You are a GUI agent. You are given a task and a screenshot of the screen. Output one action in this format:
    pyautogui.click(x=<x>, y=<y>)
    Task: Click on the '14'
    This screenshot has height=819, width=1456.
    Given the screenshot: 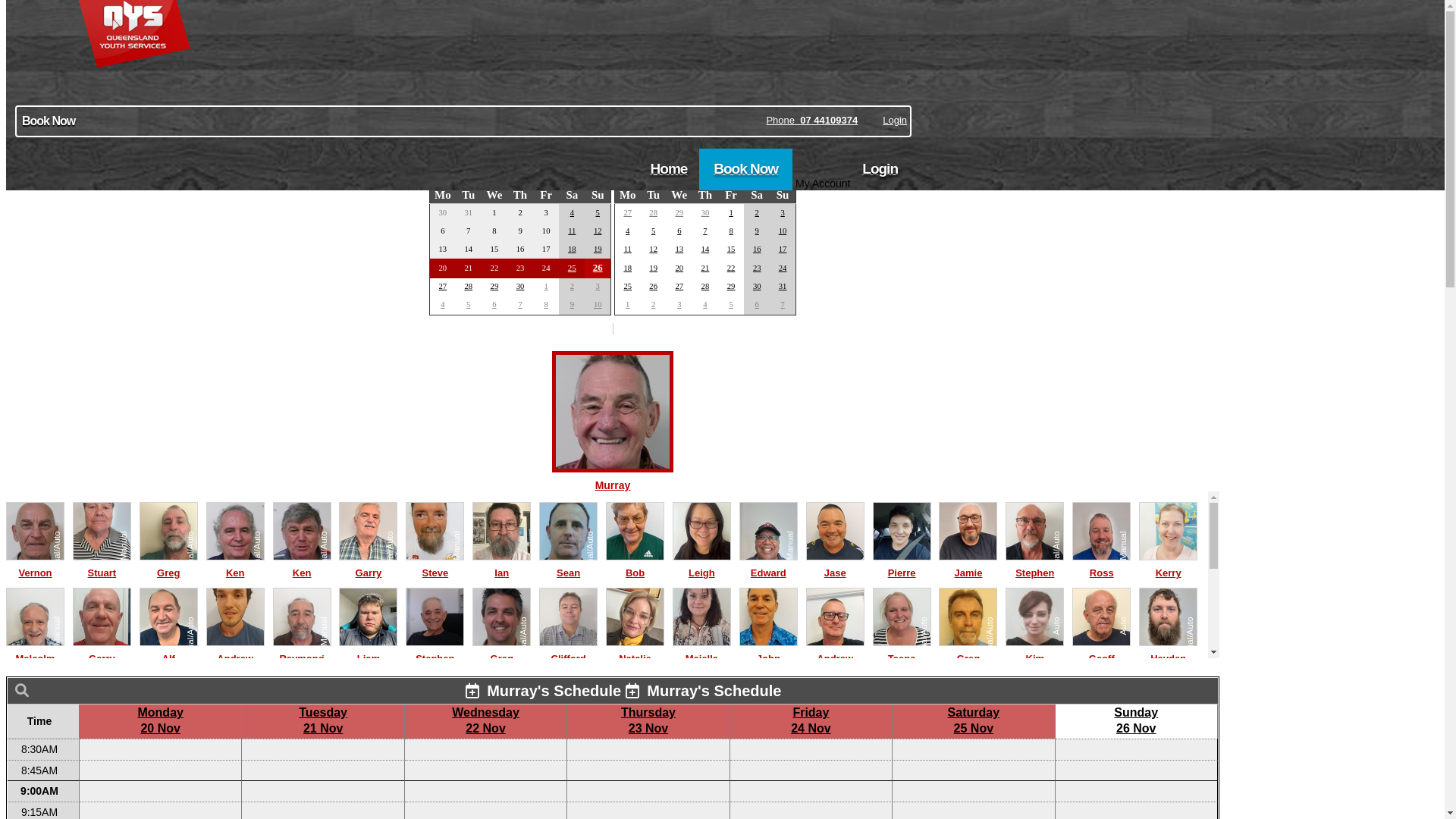 What is the action you would take?
    pyautogui.click(x=704, y=248)
    